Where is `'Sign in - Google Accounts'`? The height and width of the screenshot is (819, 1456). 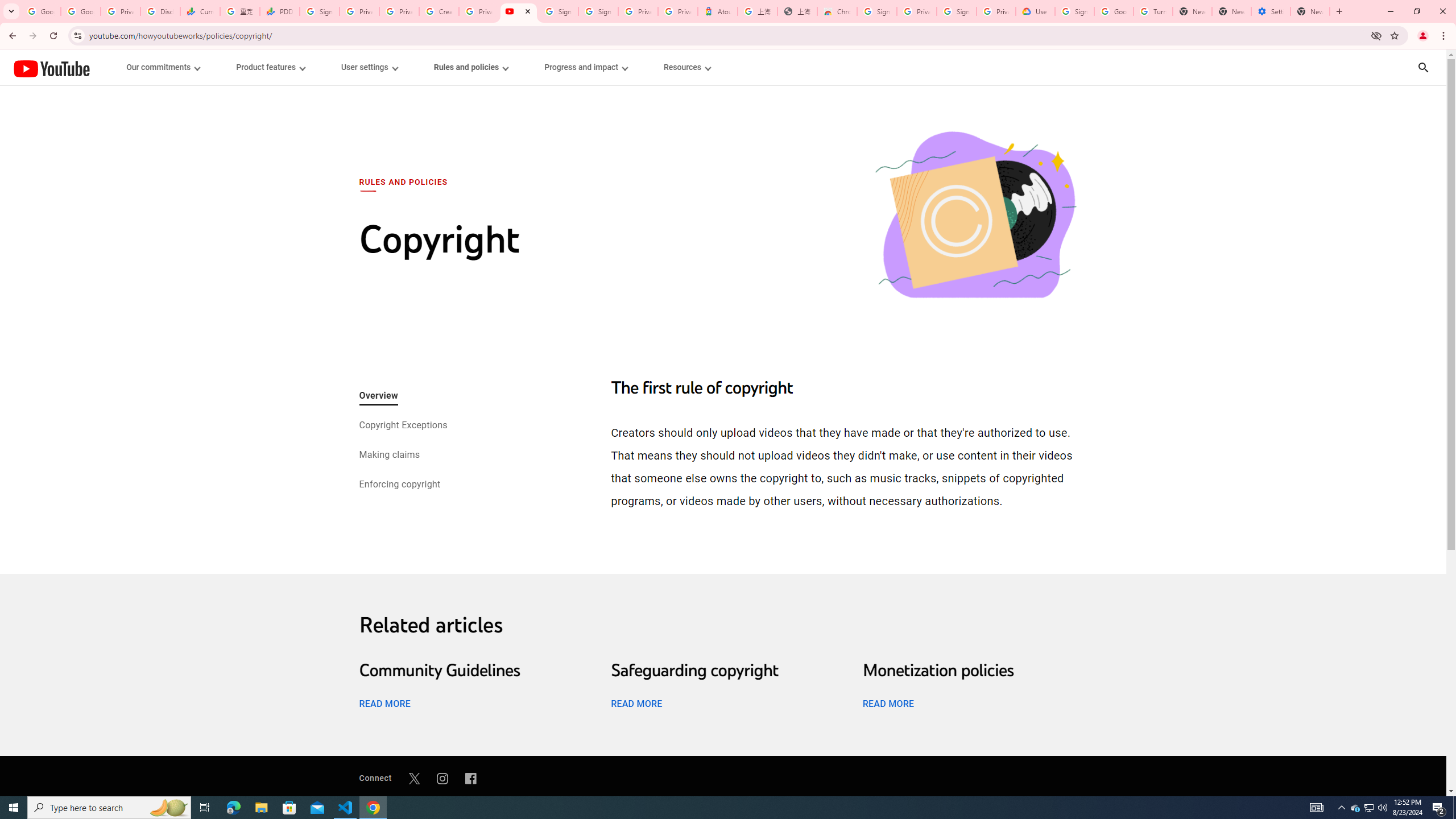
'Sign in - Google Accounts' is located at coordinates (598, 11).